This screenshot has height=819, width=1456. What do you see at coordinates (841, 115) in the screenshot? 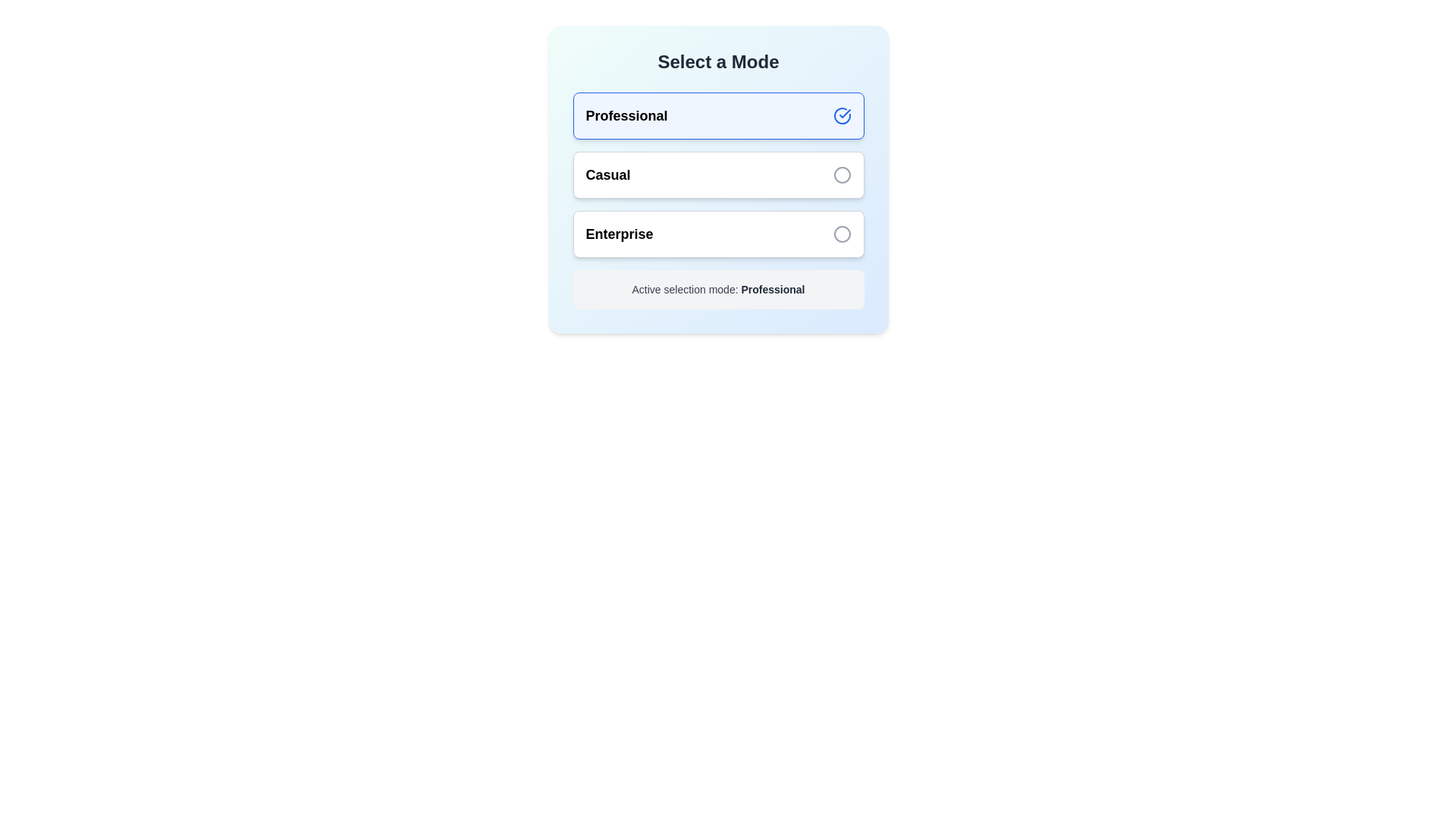
I see `the visual indicator icon marking the 'Professional' option in the selection mode interface located at the top-right corner of the 'Professional' selection card` at bounding box center [841, 115].